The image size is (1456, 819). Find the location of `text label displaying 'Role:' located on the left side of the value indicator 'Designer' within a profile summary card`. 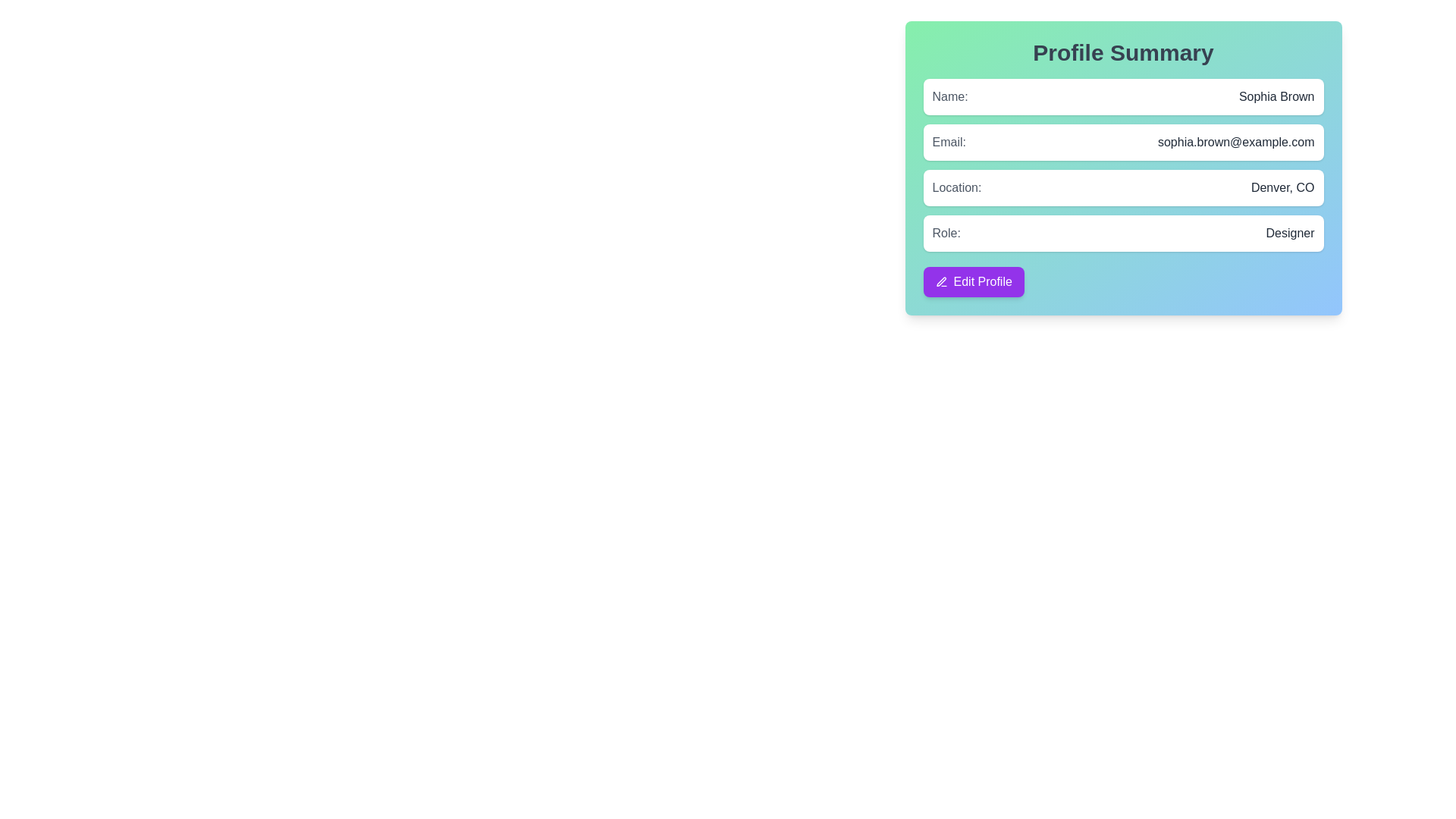

text label displaying 'Role:' located on the left side of the value indicator 'Designer' within a profile summary card is located at coordinates (946, 234).